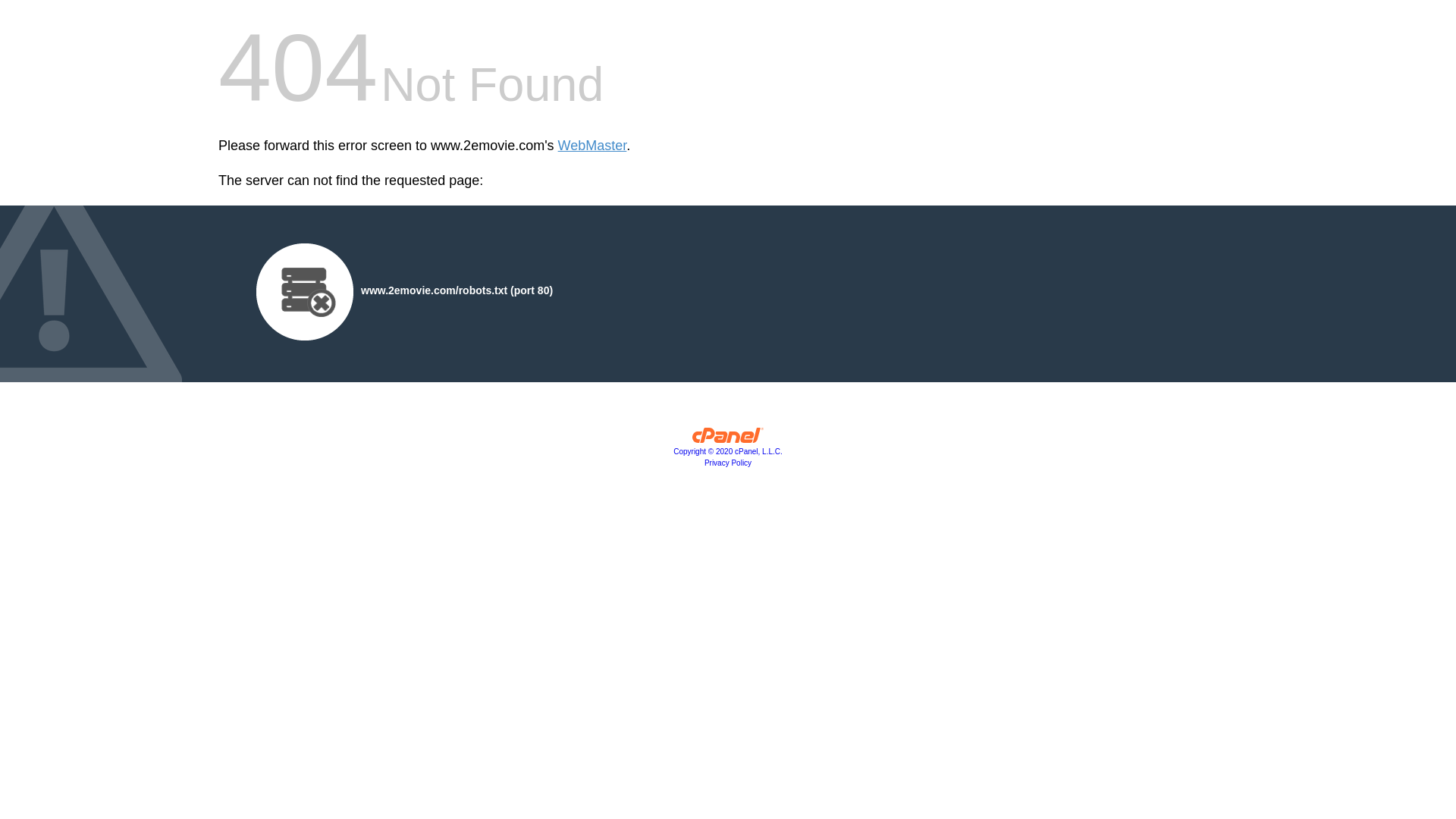  What do you see at coordinates (591, 146) in the screenshot?
I see `'WebMaster'` at bounding box center [591, 146].